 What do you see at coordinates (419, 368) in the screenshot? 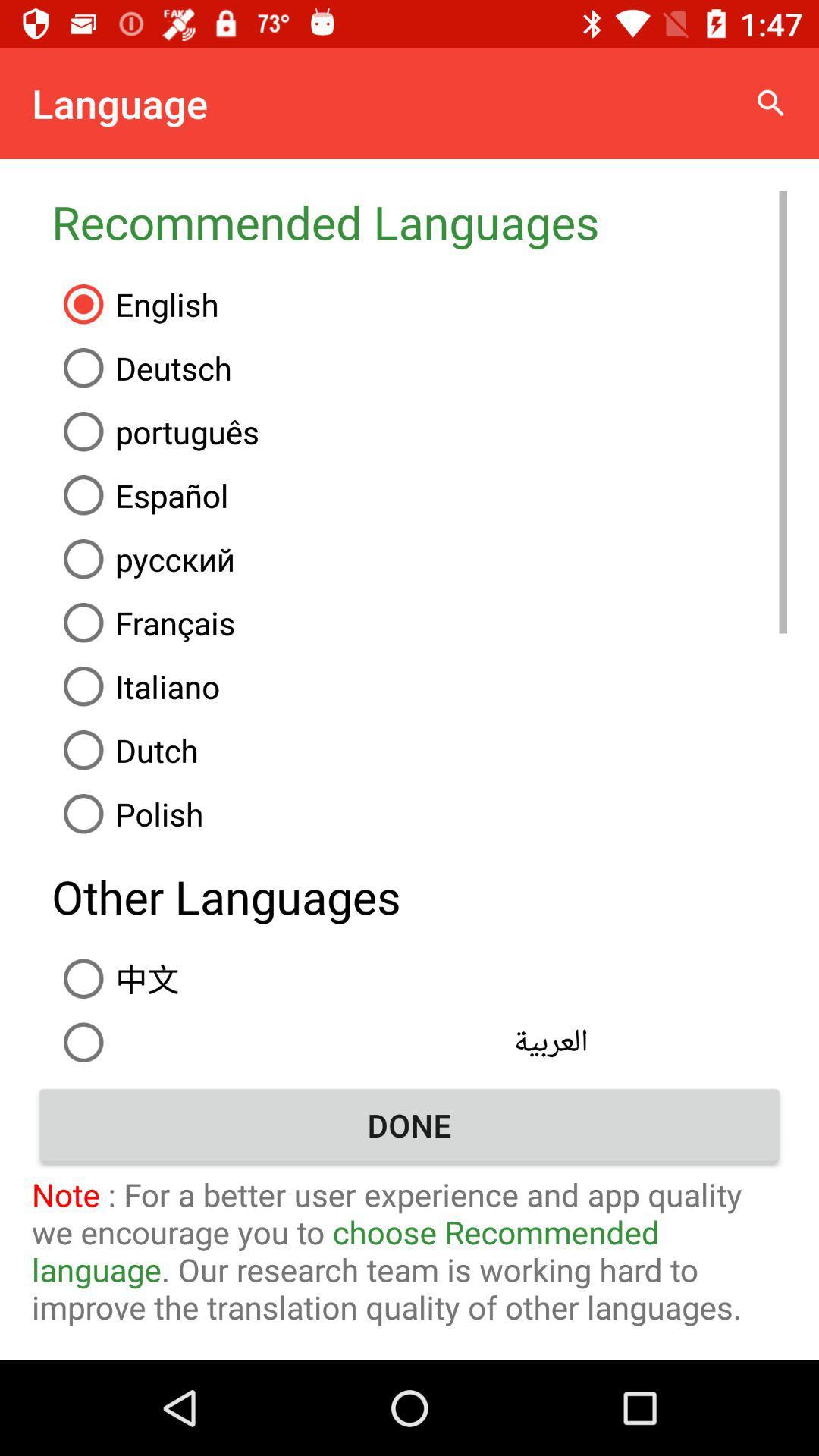
I see `item below the english` at bounding box center [419, 368].